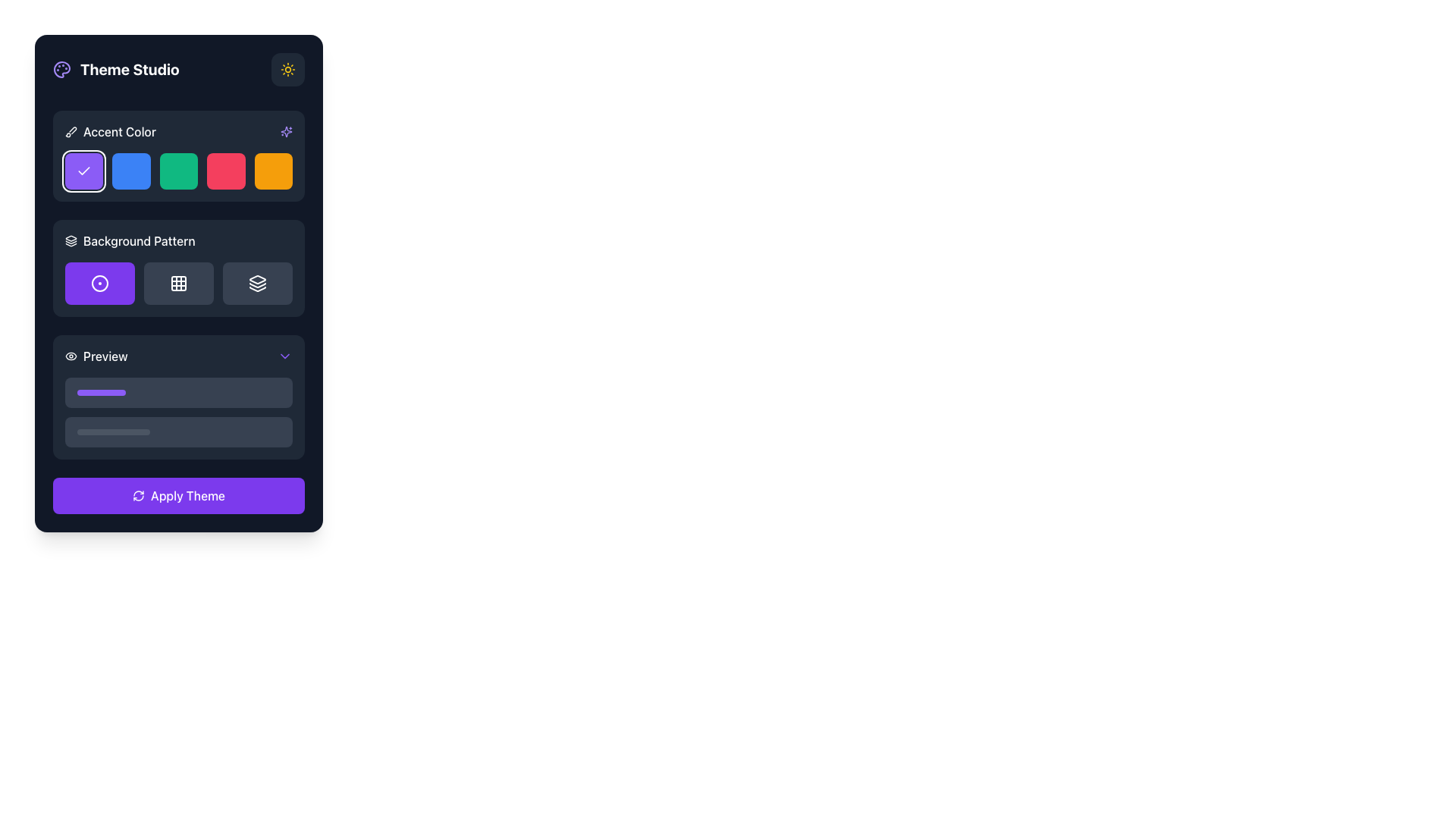 This screenshot has height=819, width=1456. What do you see at coordinates (115, 70) in the screenshot?
I see `the static text element labeled 'Theme Studio', which is located near the top-left of the header bar, to the left of the sun icon` at bounding box center [115, 70].